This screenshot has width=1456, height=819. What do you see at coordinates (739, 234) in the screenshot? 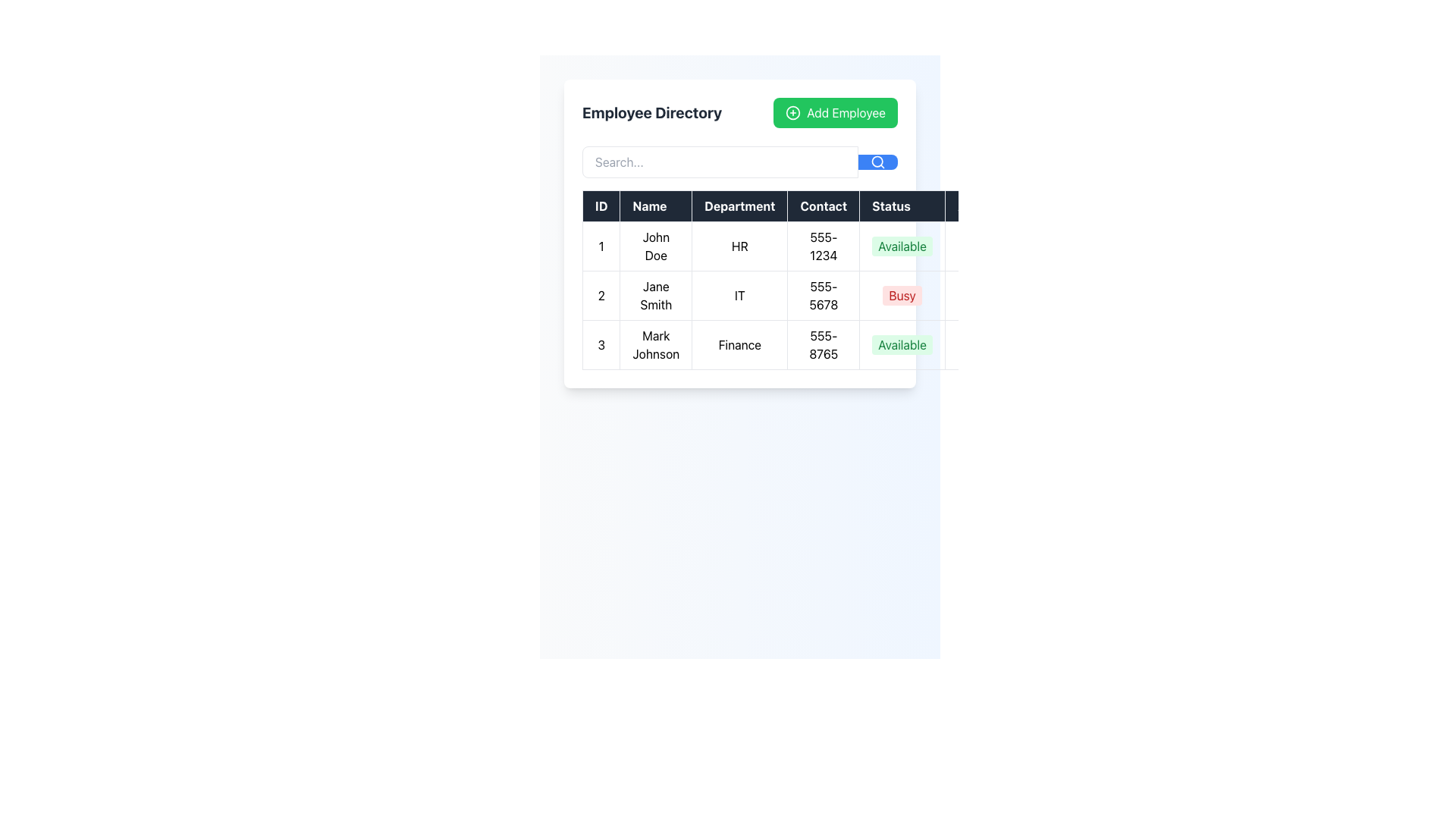
I see `the 'HR' department name cell` at bounding box center [739, 234].